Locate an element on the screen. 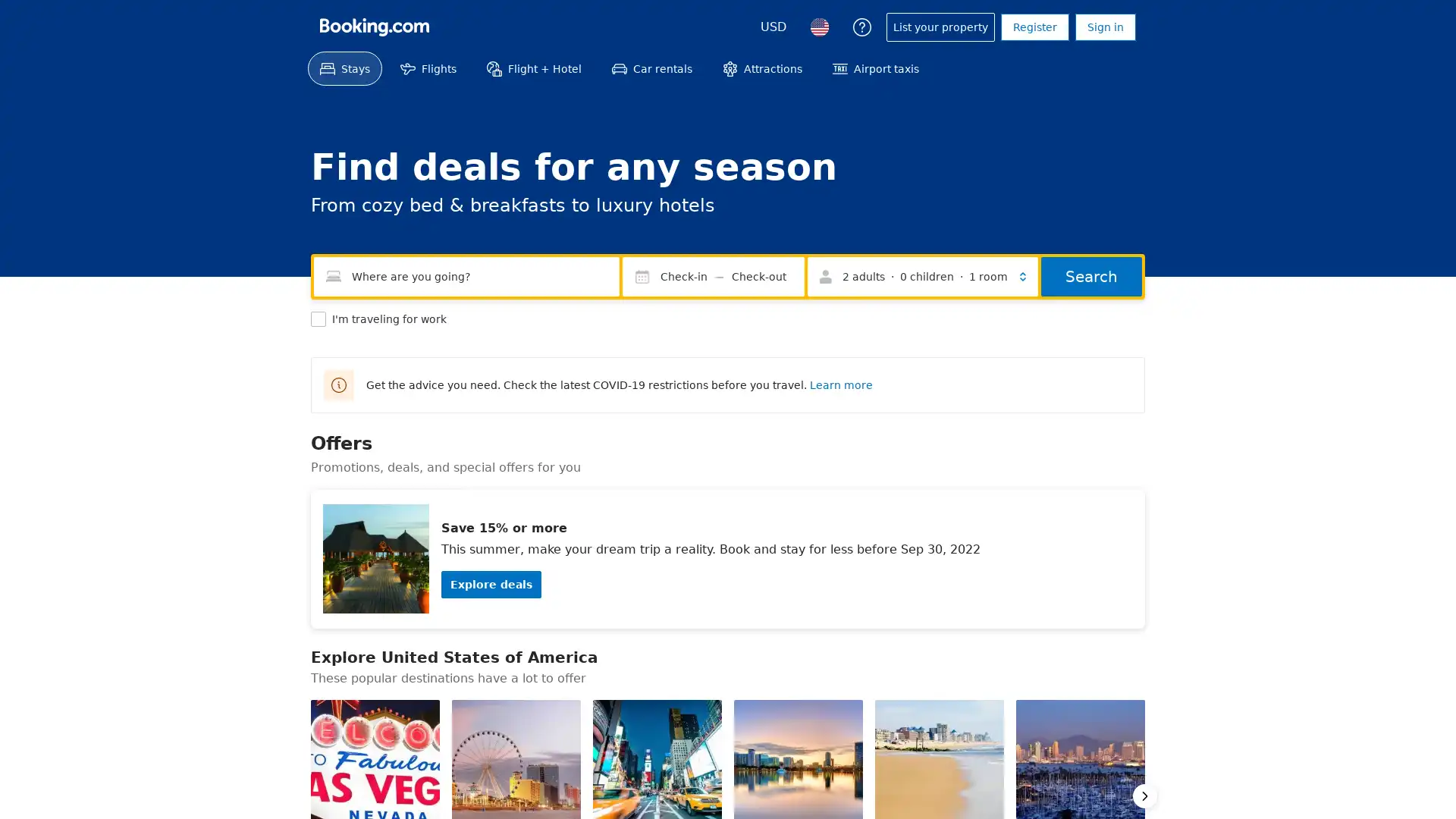  Next is located at coordinates (1145, 795).